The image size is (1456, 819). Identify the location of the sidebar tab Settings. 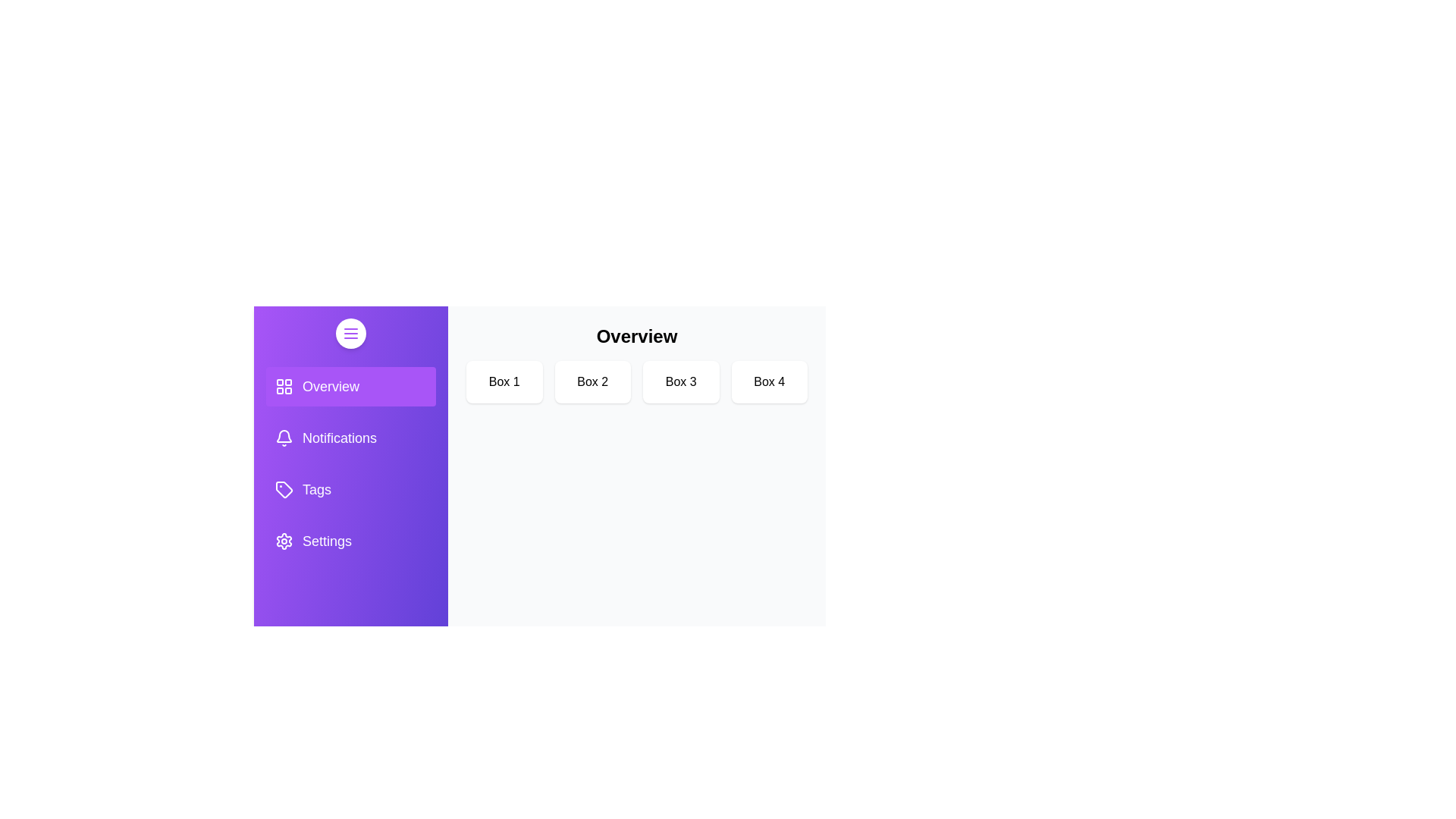
(350, 540).